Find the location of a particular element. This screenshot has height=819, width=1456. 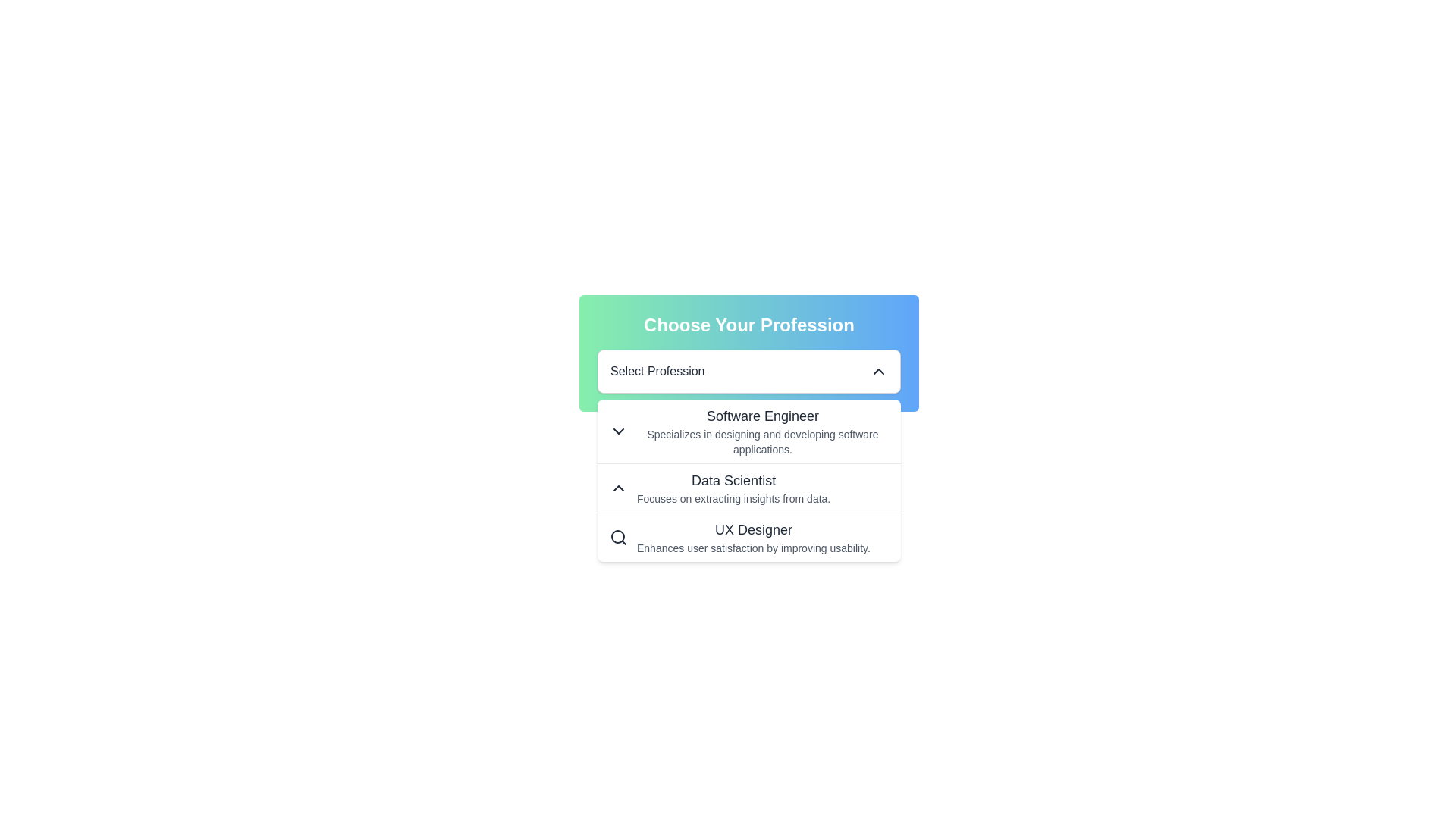

text label 'Software Engineer' that is prominently displayed in a large black font, positioned at the upper-middle section of the dropdown menu is located at coordinates (763, 416).